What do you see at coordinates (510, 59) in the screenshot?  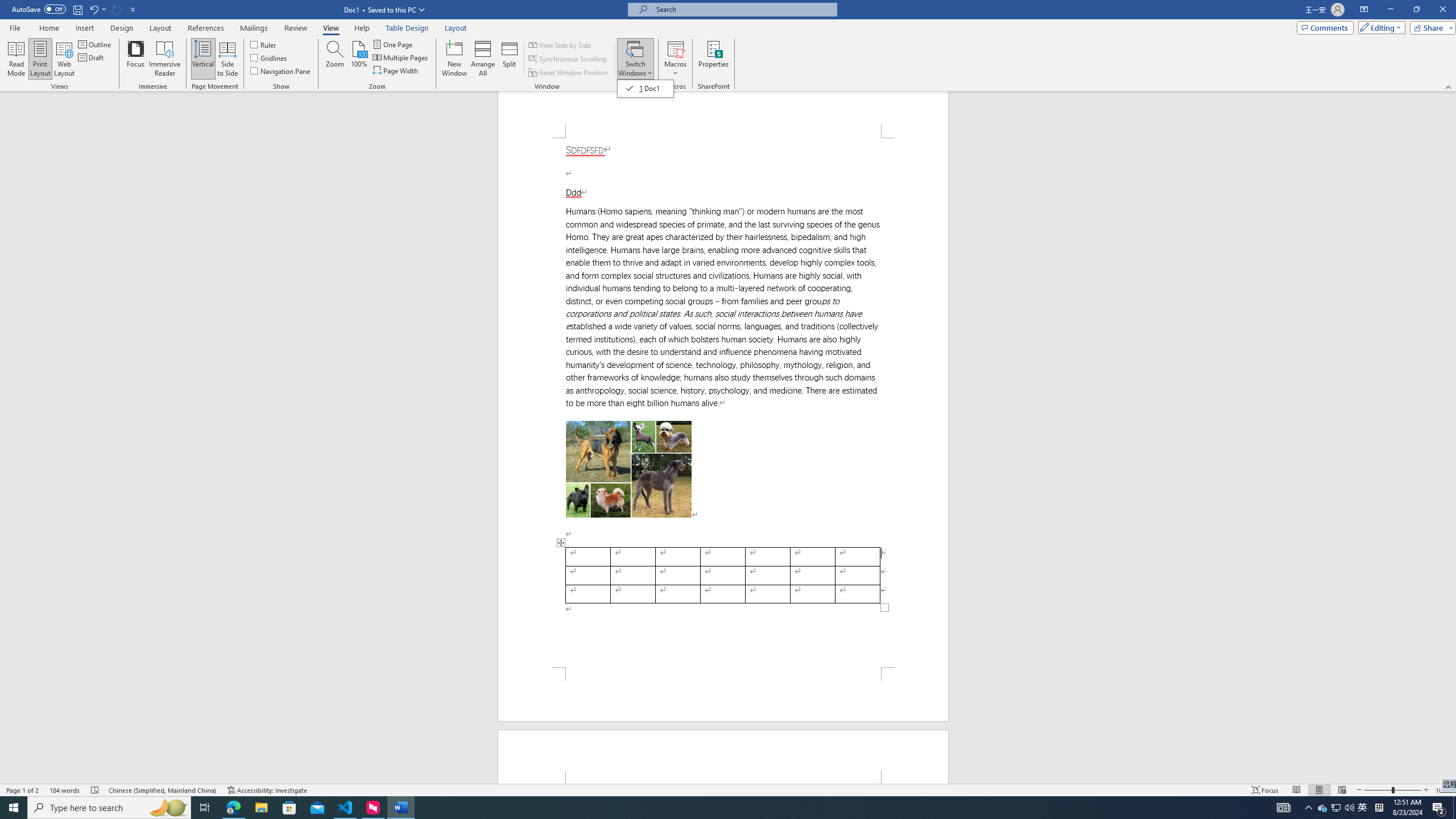 I see `'Split'` at bounding box center [510, 59].